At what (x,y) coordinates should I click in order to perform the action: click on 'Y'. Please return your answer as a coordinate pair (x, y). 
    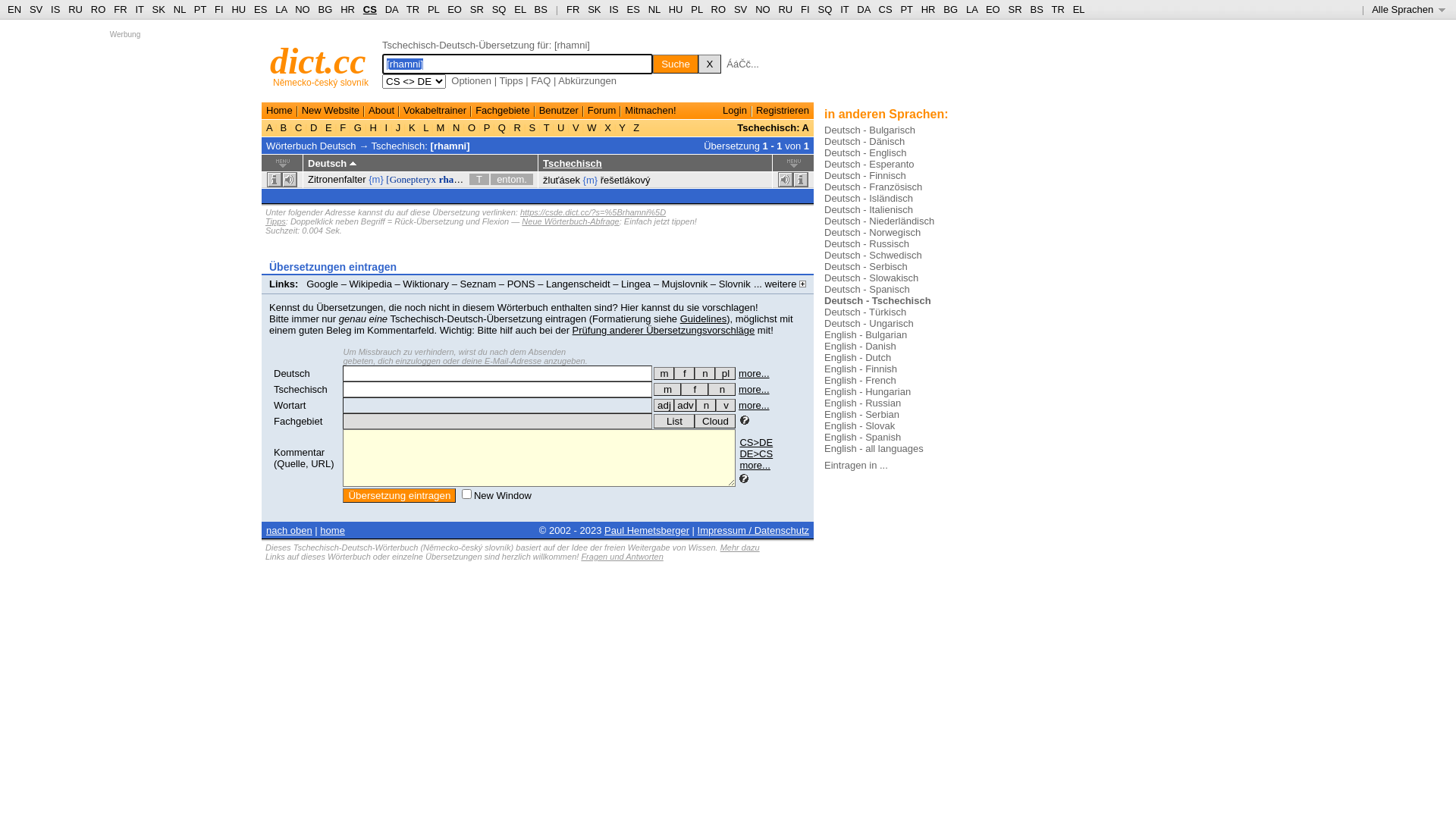
    Looking at the image, I should click on (616, 127).